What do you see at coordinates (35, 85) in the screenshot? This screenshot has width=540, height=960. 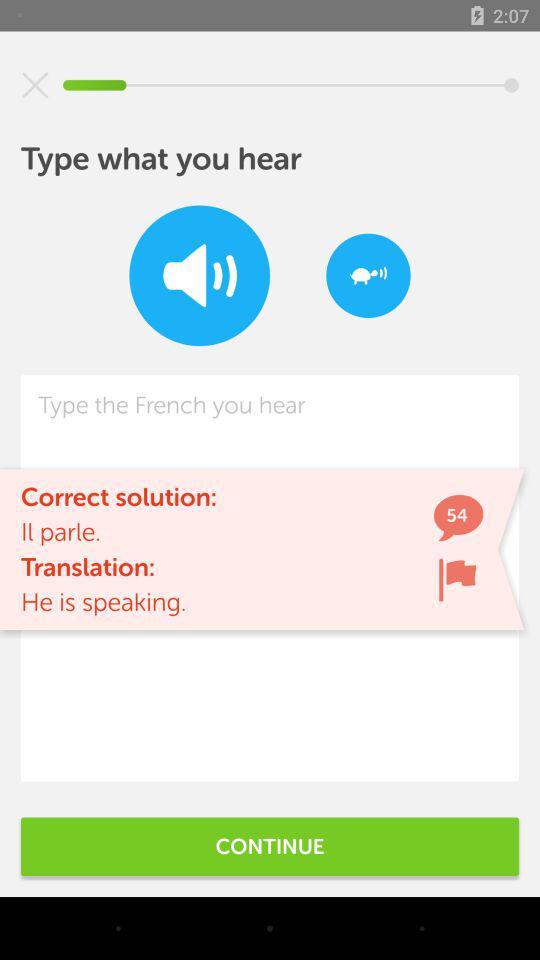 I see `icon above type what you icon` at bounding box center [35, 85].